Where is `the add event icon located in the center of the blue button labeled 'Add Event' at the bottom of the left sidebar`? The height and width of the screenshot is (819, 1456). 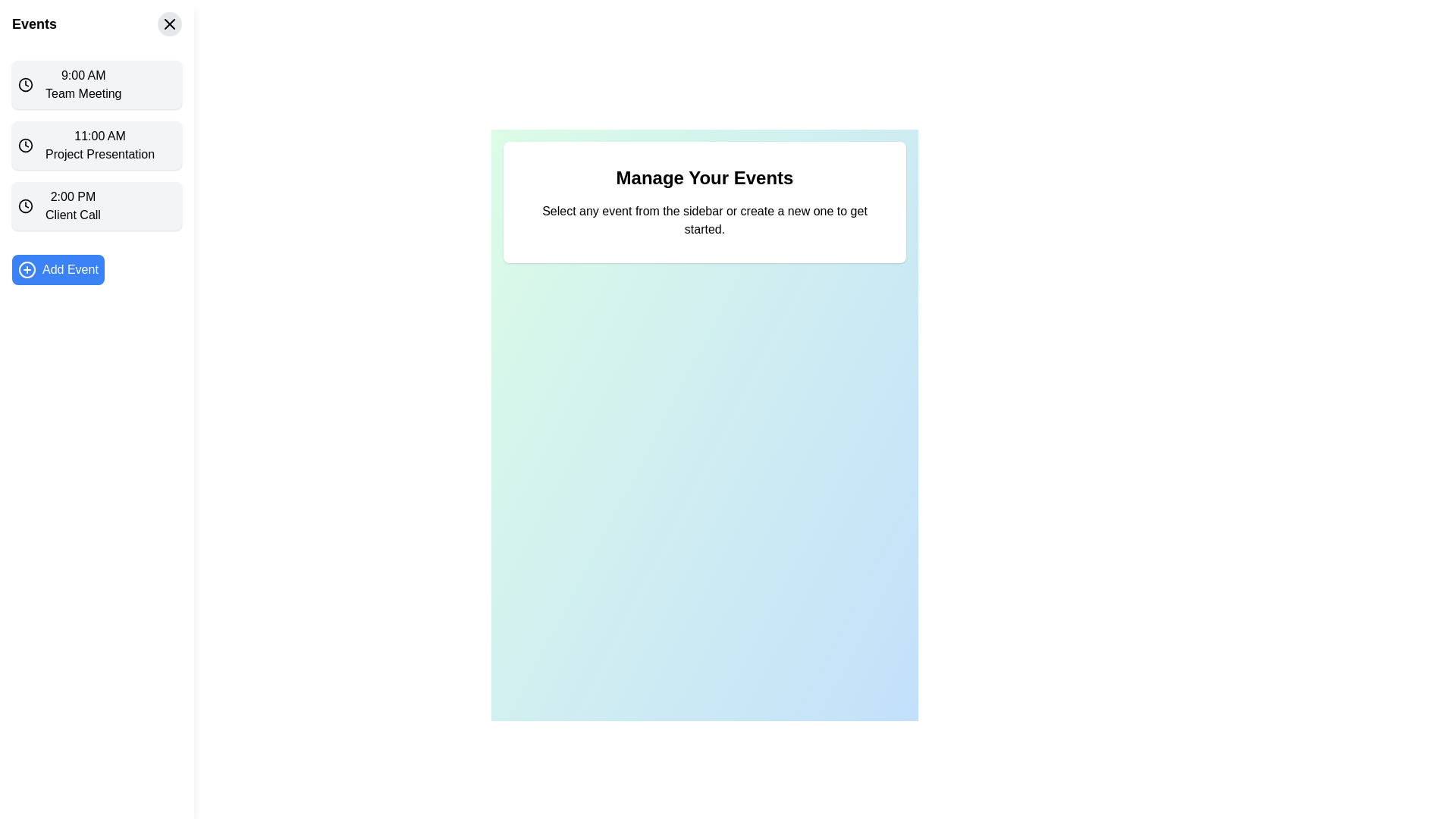 the add event icon located in the center of the blue button labeled 'Add Event' at the bottom of the left sidebar is located at coordinates (27, 268).